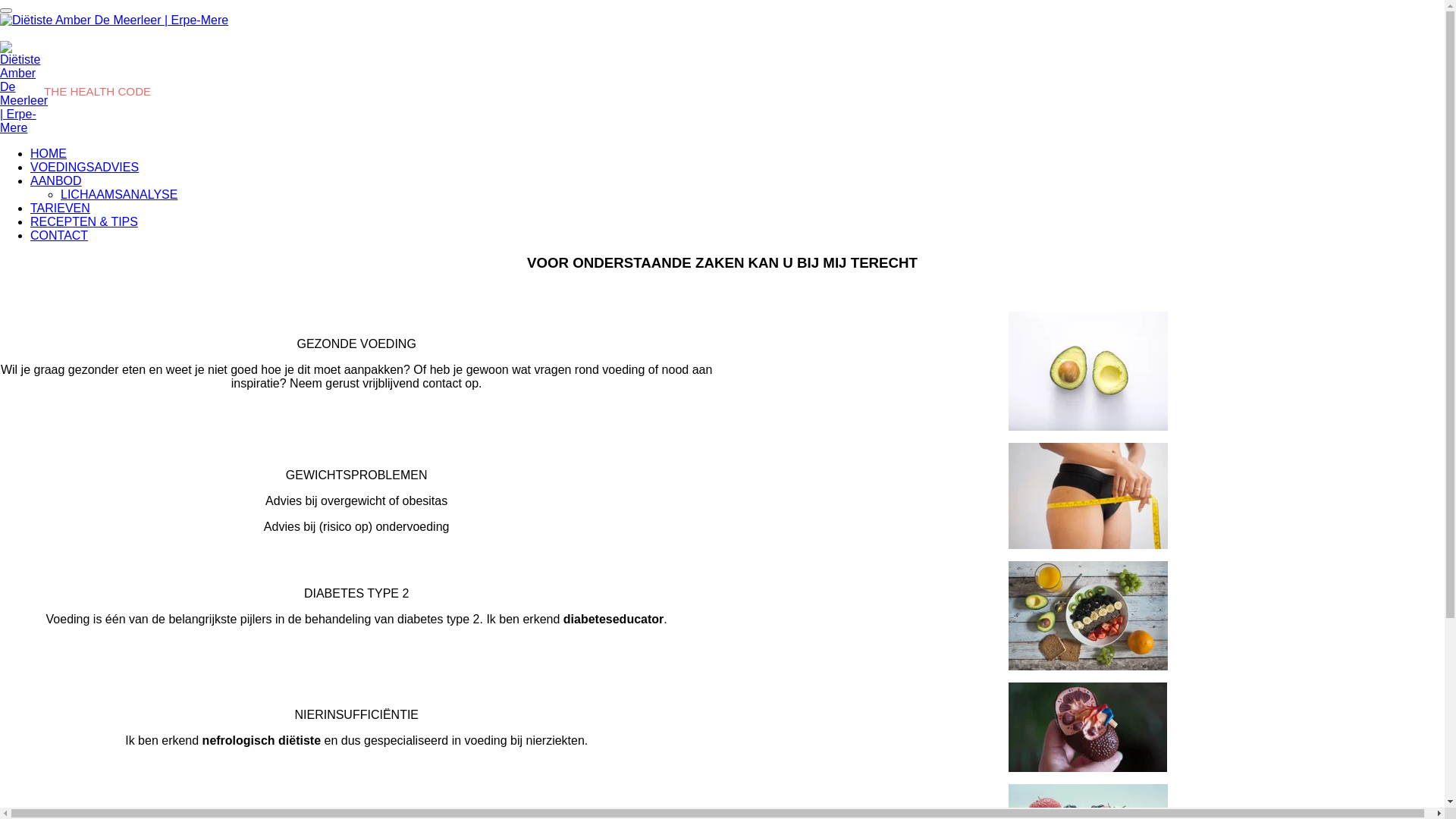 This screenshot has width=1456, height=819. I want to click on 'AANBOD', so click(55, 180).